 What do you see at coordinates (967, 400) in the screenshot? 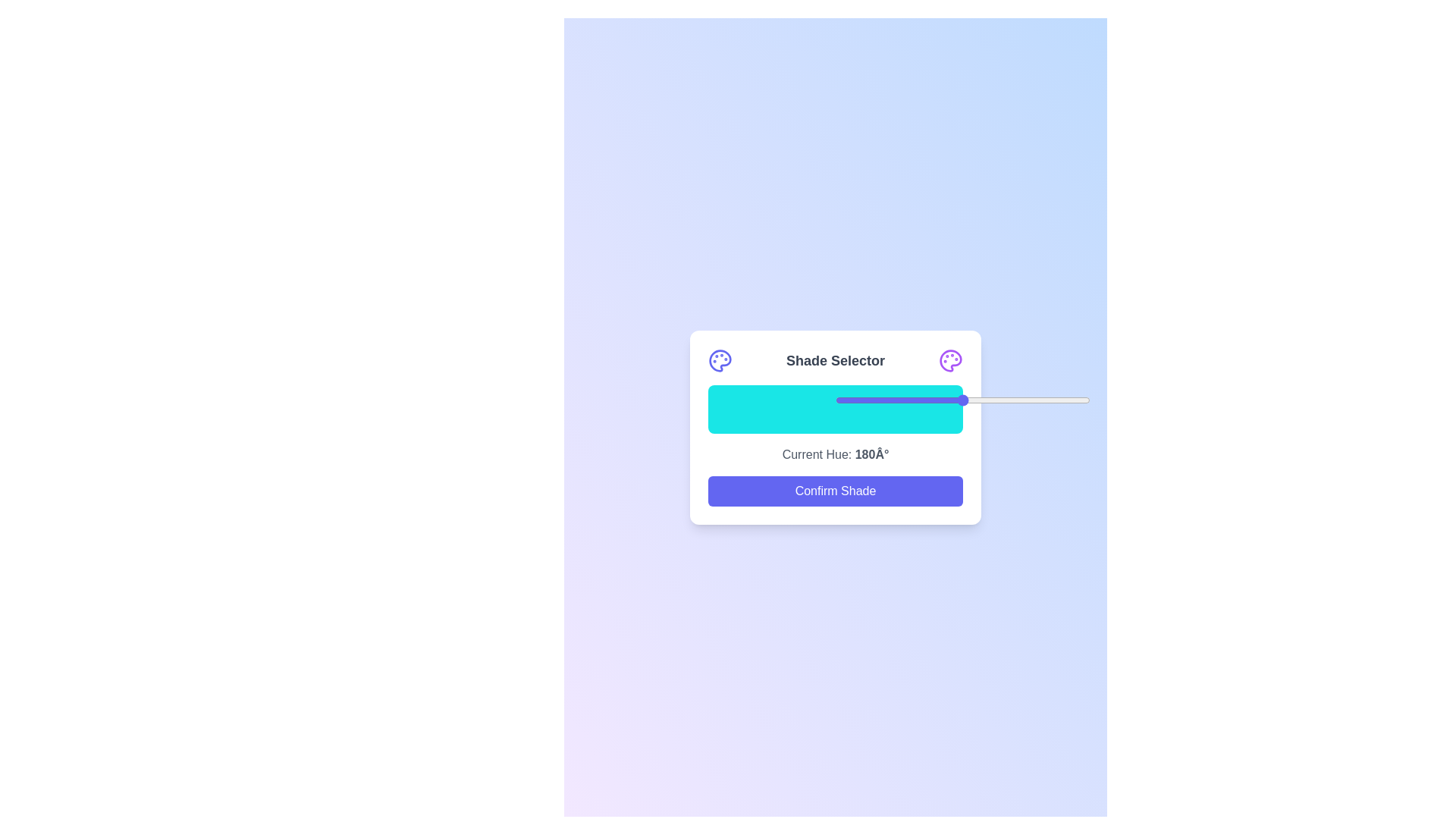
I see `the slider to set the shade to 52%` at bounding box center [967, 400].